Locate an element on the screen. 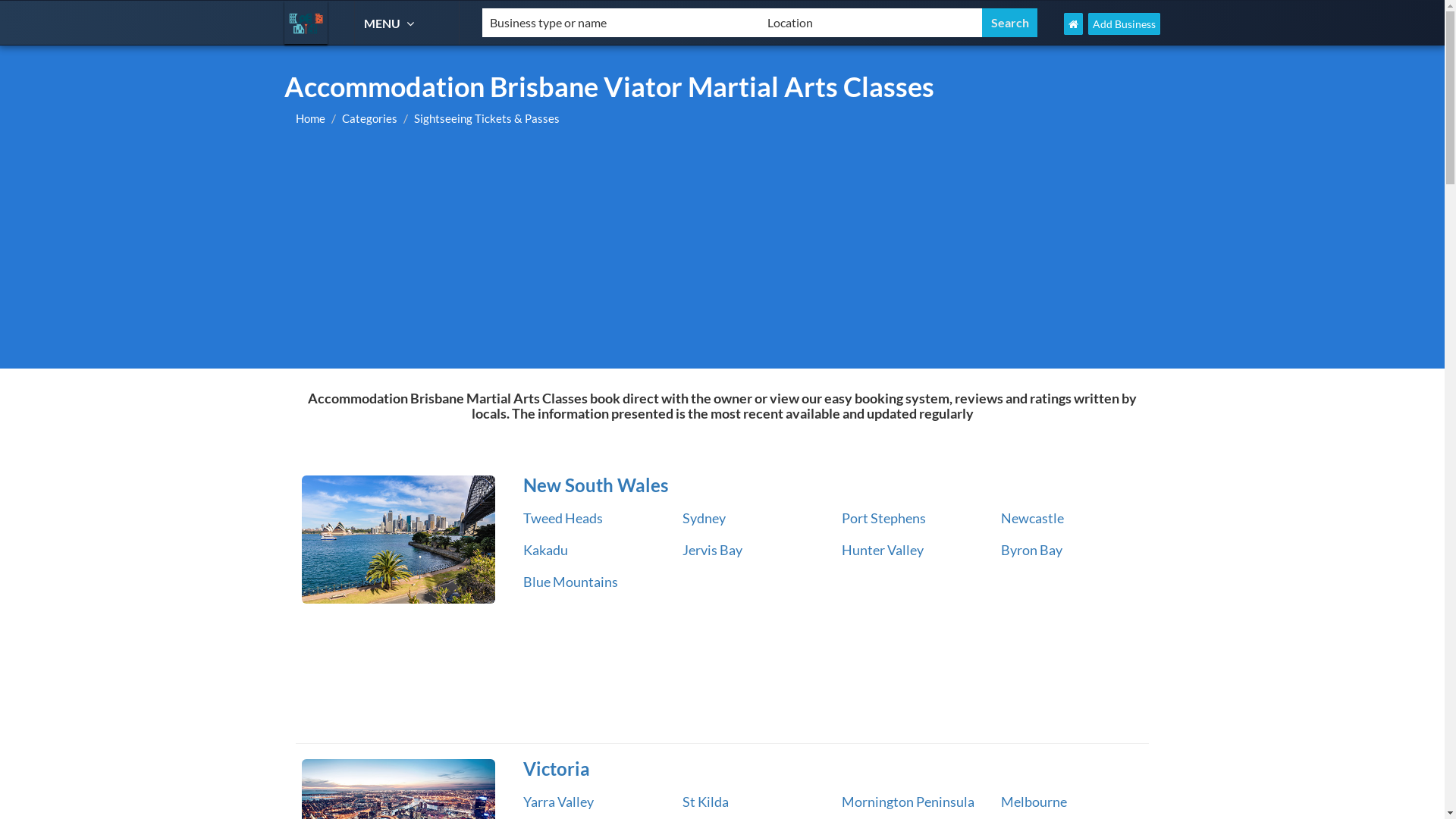 The width and height of the screenshot is (1456, 819). 'Newcastle' is located at coordinates (1031, 516).